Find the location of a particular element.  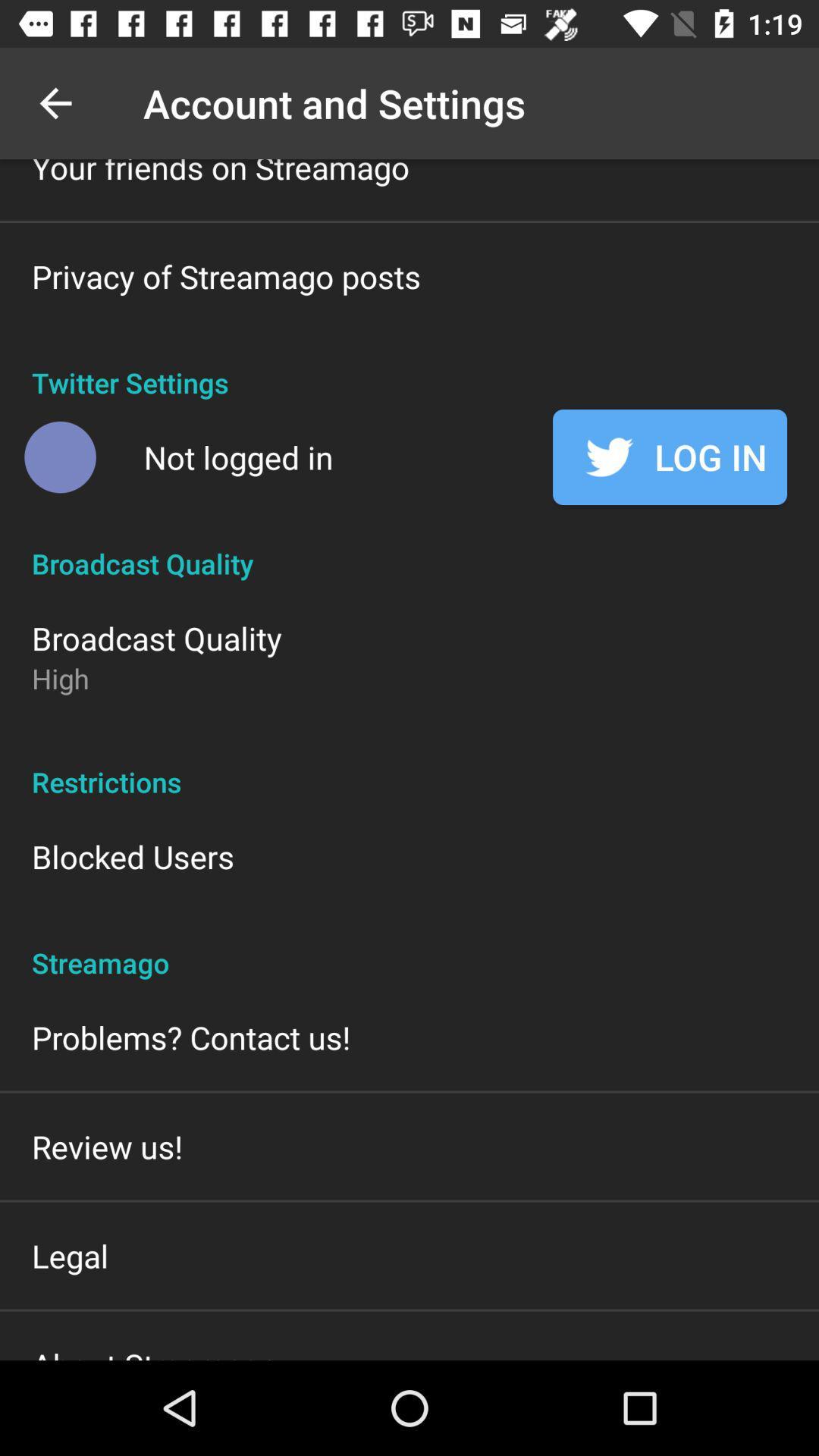

item above the restrictions item is located at coordinates (59, 677).